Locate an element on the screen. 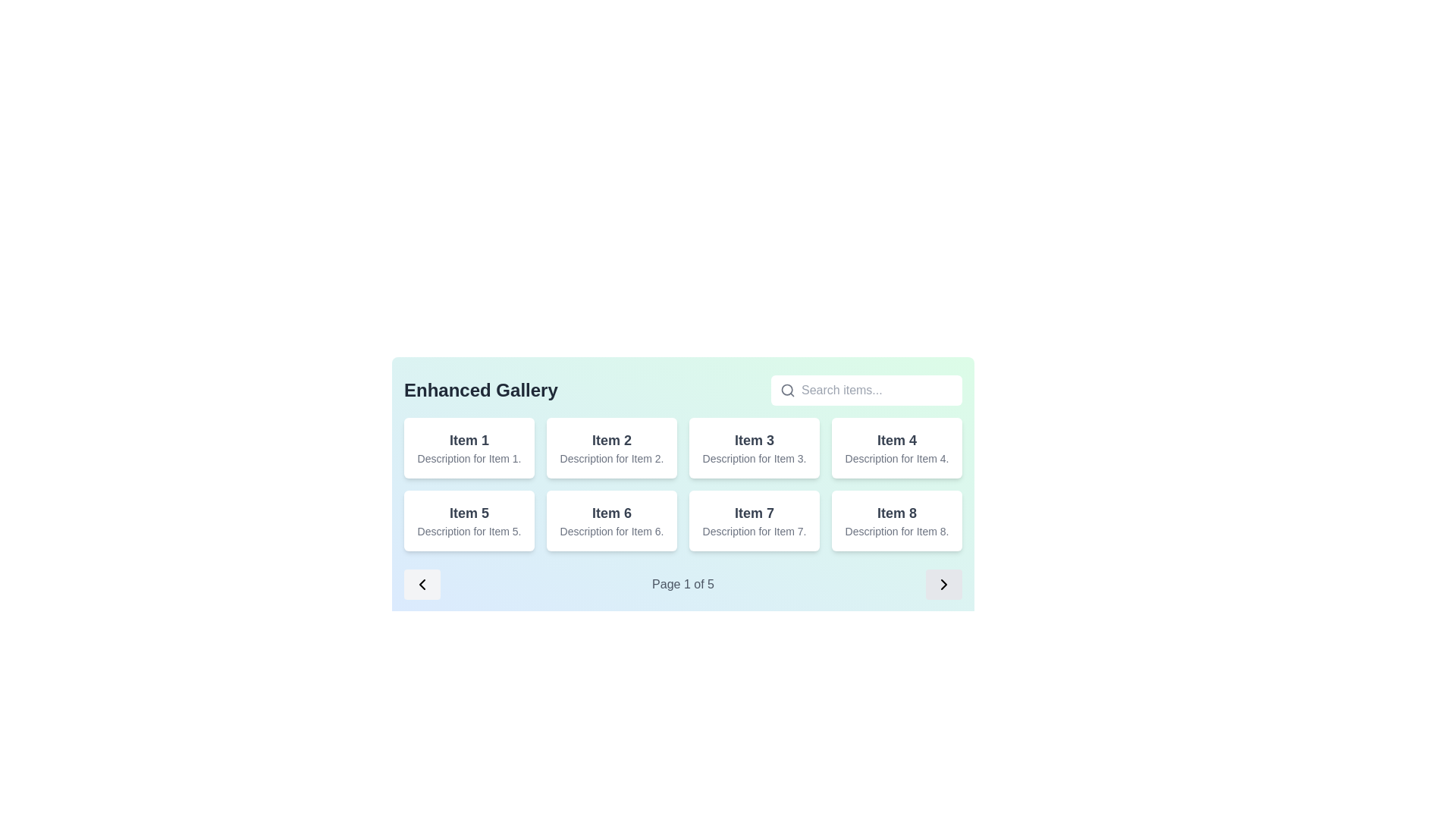  the text label displaying 'Description for Item 2.' located within the second card of the grid layout, directly below the heading 'Item 2' is located at coordinates (611, 458).